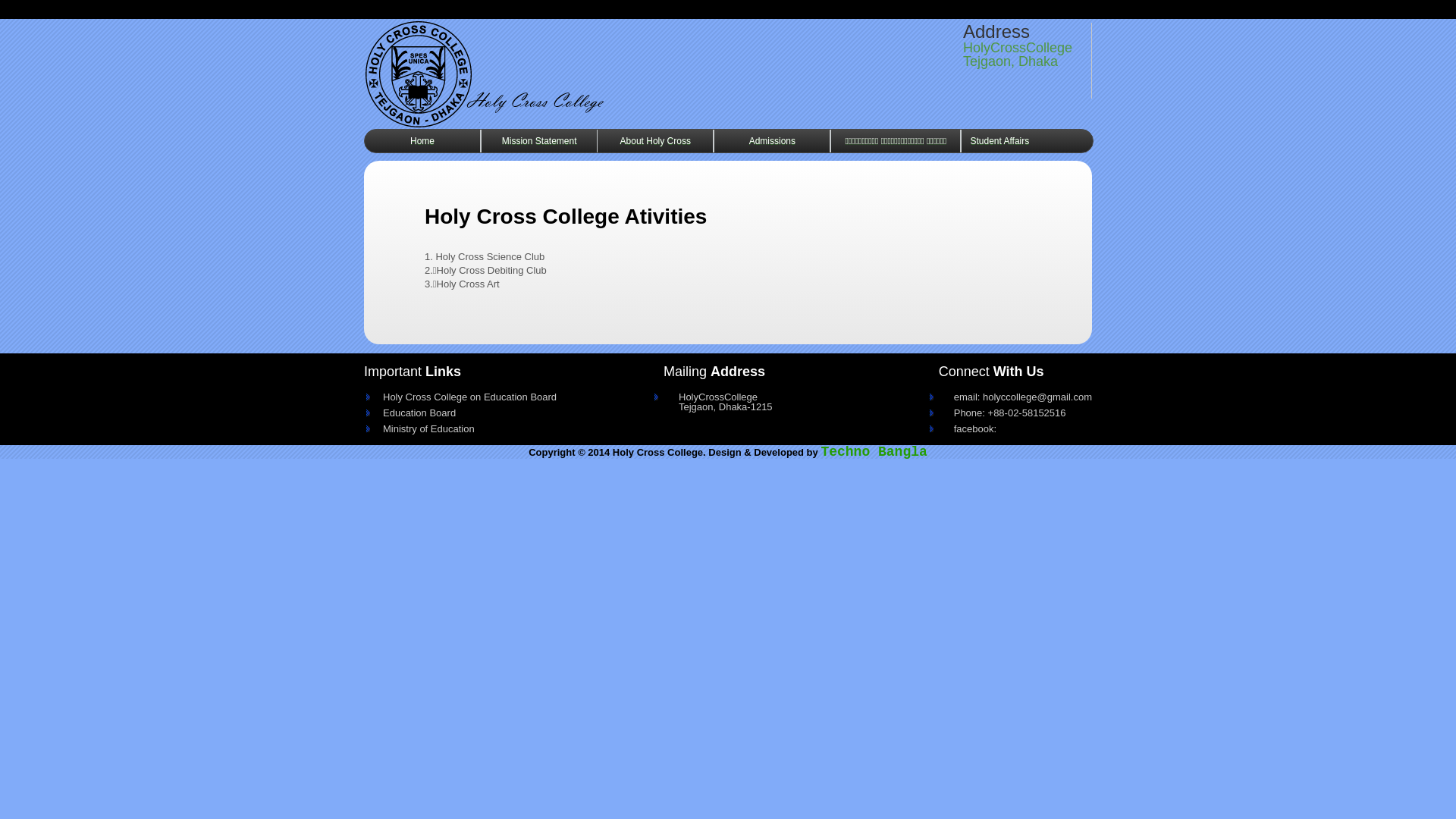 This screenshot has height=819, width=1456. I want to click on 'facebook:', so click(1015, 425).